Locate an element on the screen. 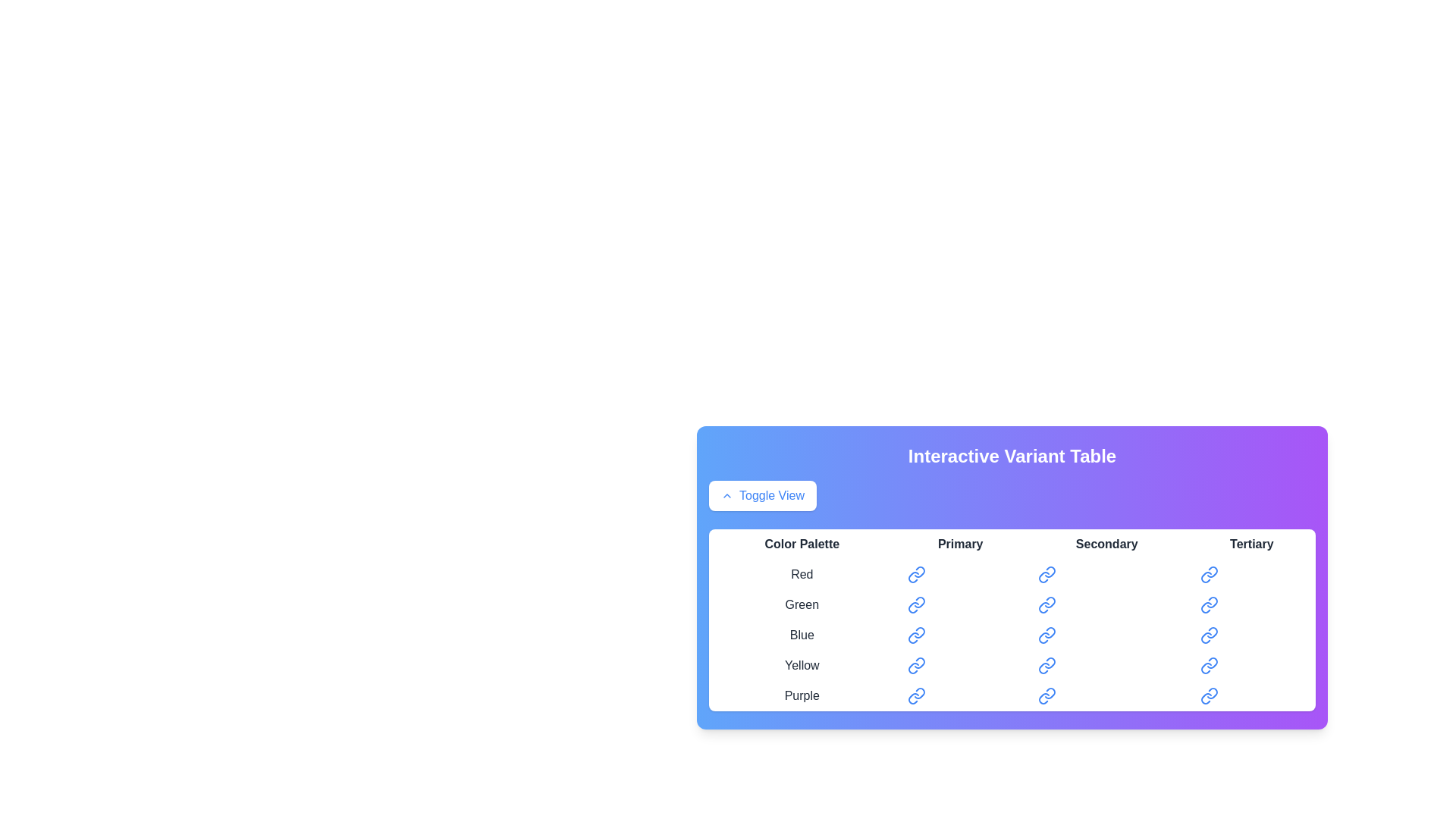  the Hyperlink icon located in the 'Secondary' column and 'Red' row of the Interactive Variant Table is located at coordinates (1046, 575).